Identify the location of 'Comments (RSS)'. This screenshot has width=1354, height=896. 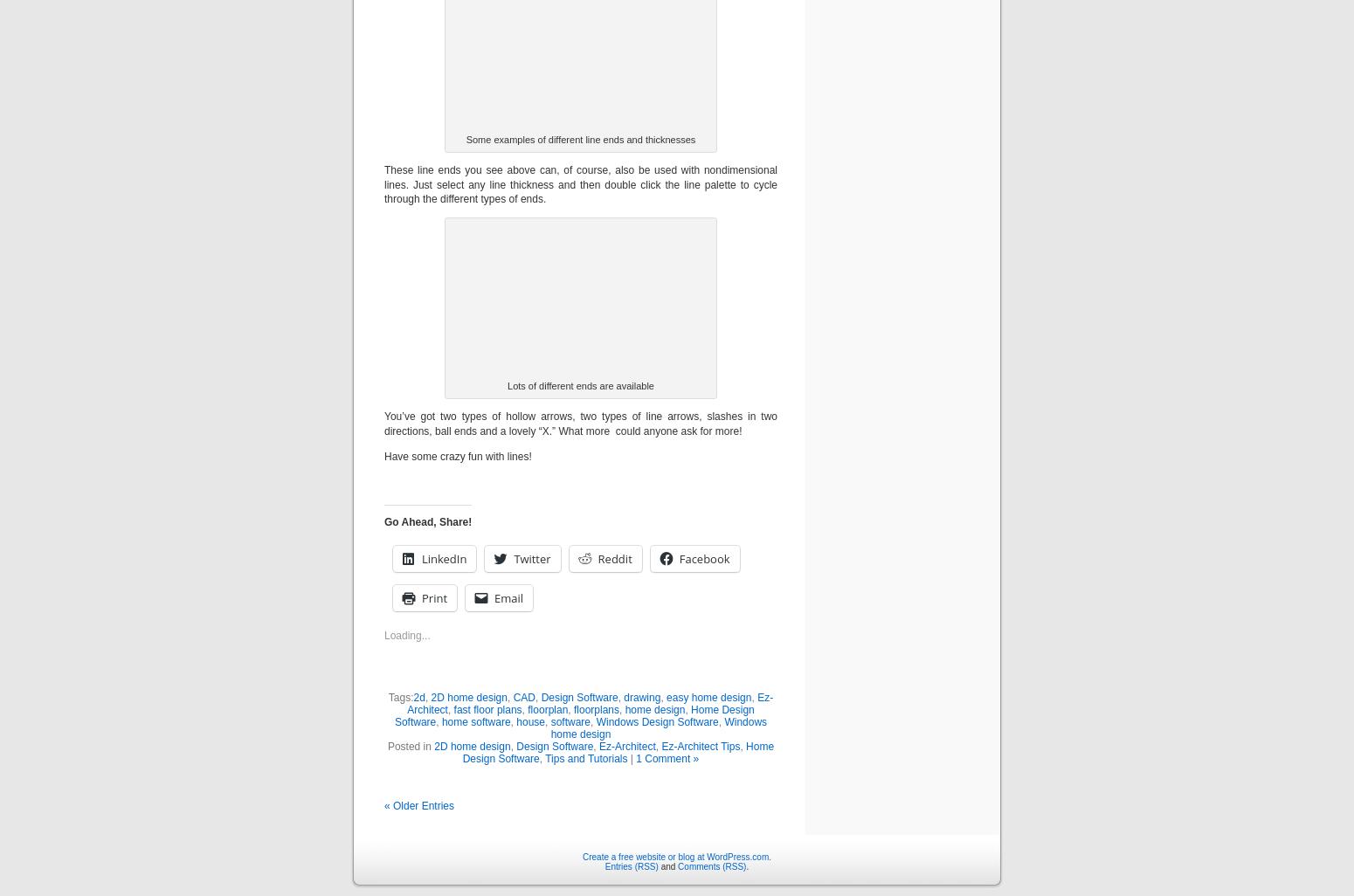
(710, 865).